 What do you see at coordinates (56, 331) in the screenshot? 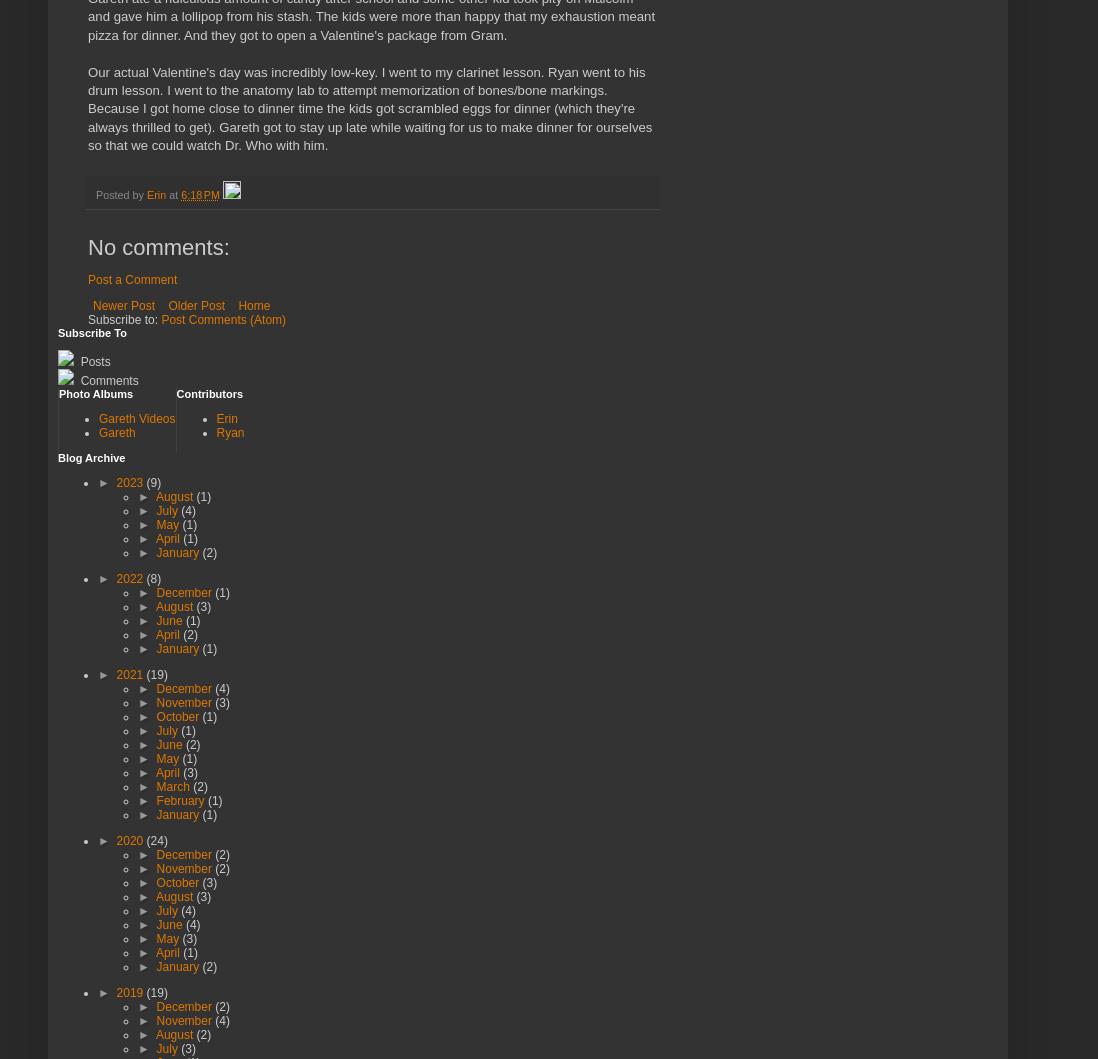
I see `'Subscribe To'` at bounding box center [56, 331].